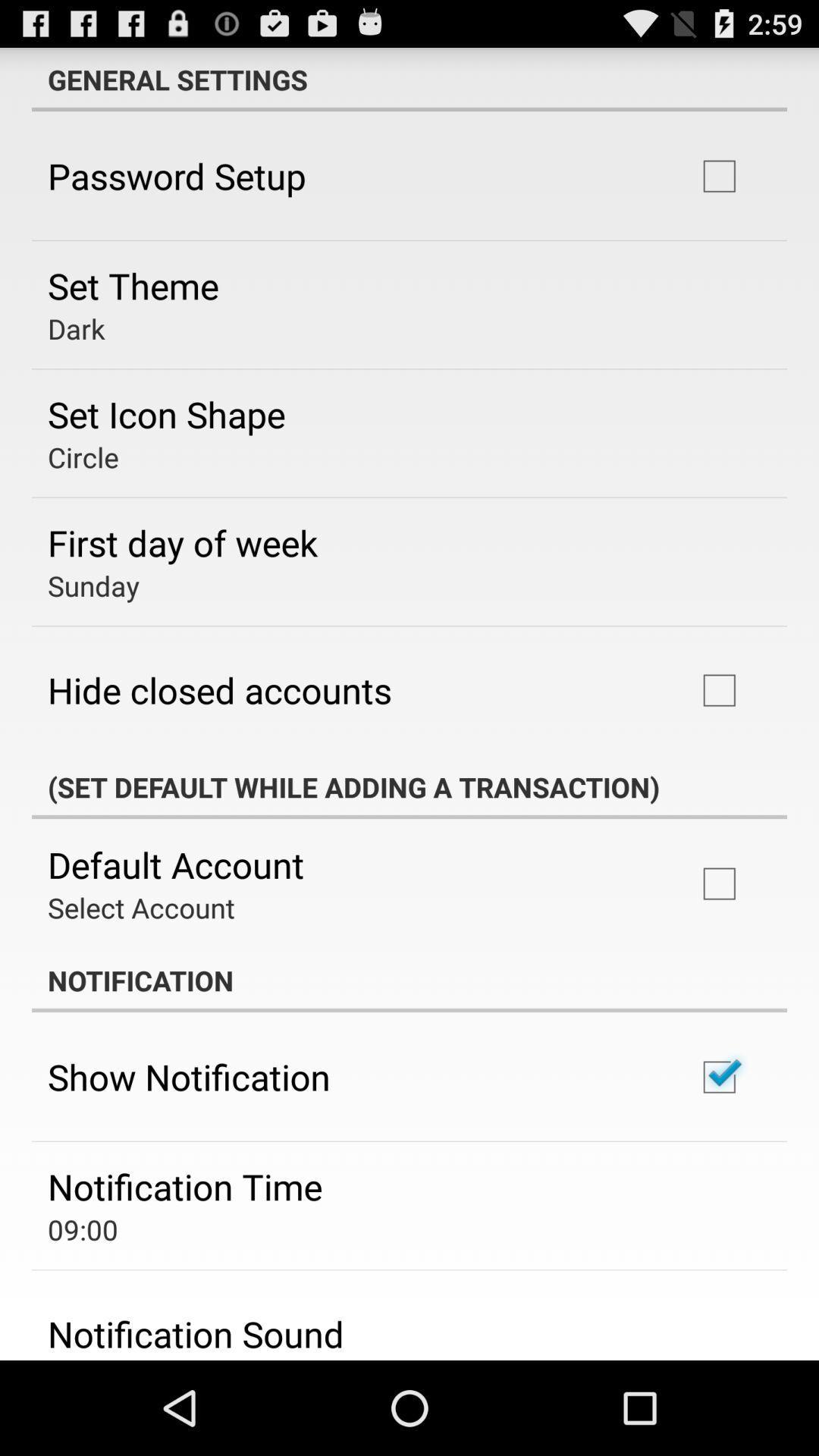 The height and width of the screenshot is (1456, 819). What do you see at coordinates (188, 1076) in the screenshot?
I see `the show notification app` at bounding box center [188, 1076].